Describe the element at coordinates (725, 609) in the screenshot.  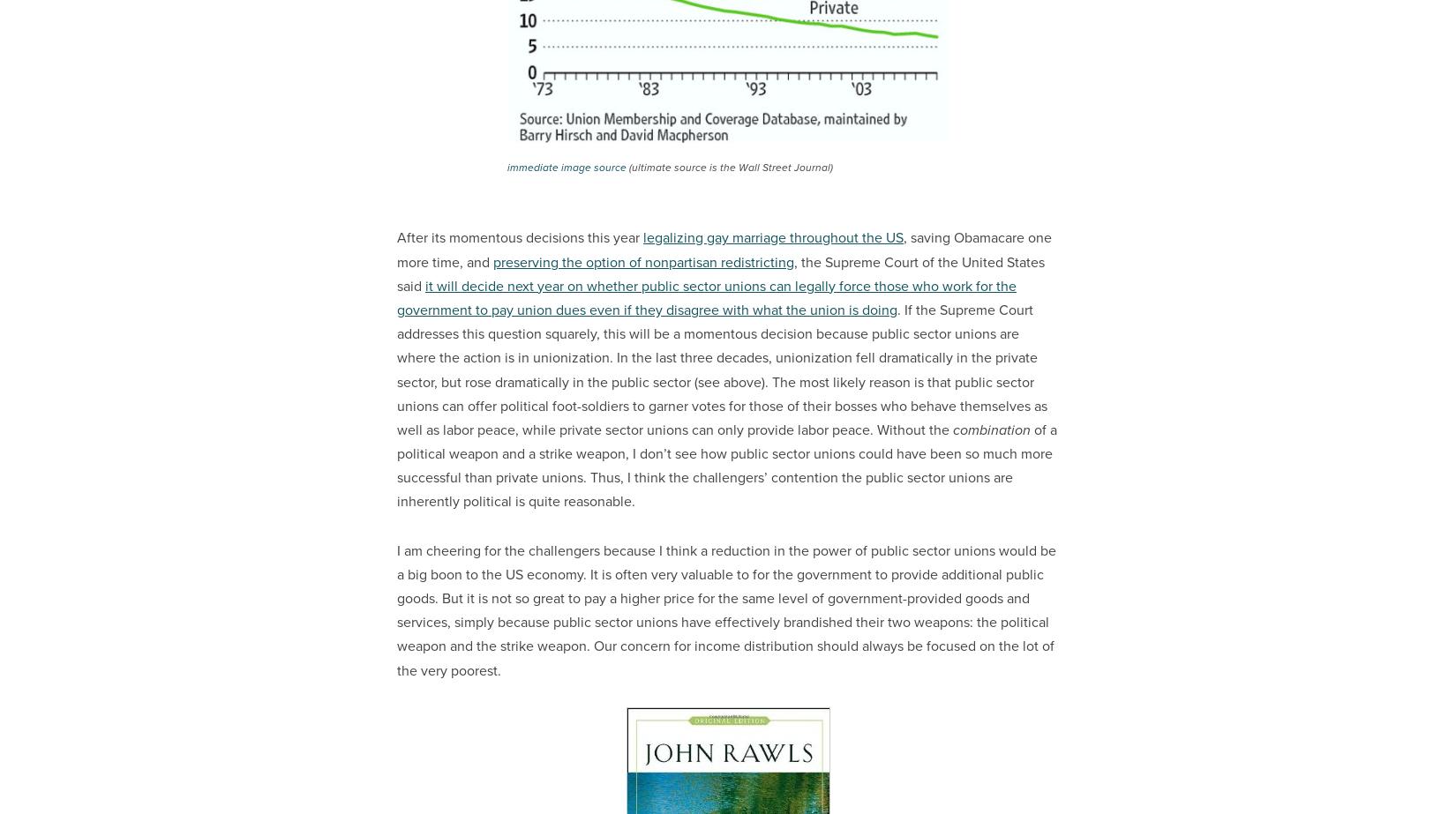
I see `'I am cheering for the challengers because I think a reduction in the power of public sector unions would be a big boon to the US economy. It is often very valuable to for the government to provide additional public goods. But it is not so great to pay a higher price for the same level of government-provided goods and services, simply because public sector unions have effectively brandished their two weapons: the political weapon and the strike weapon. Our concern for income distribution should always be focused on the lot of the very poorest.'` at that location.